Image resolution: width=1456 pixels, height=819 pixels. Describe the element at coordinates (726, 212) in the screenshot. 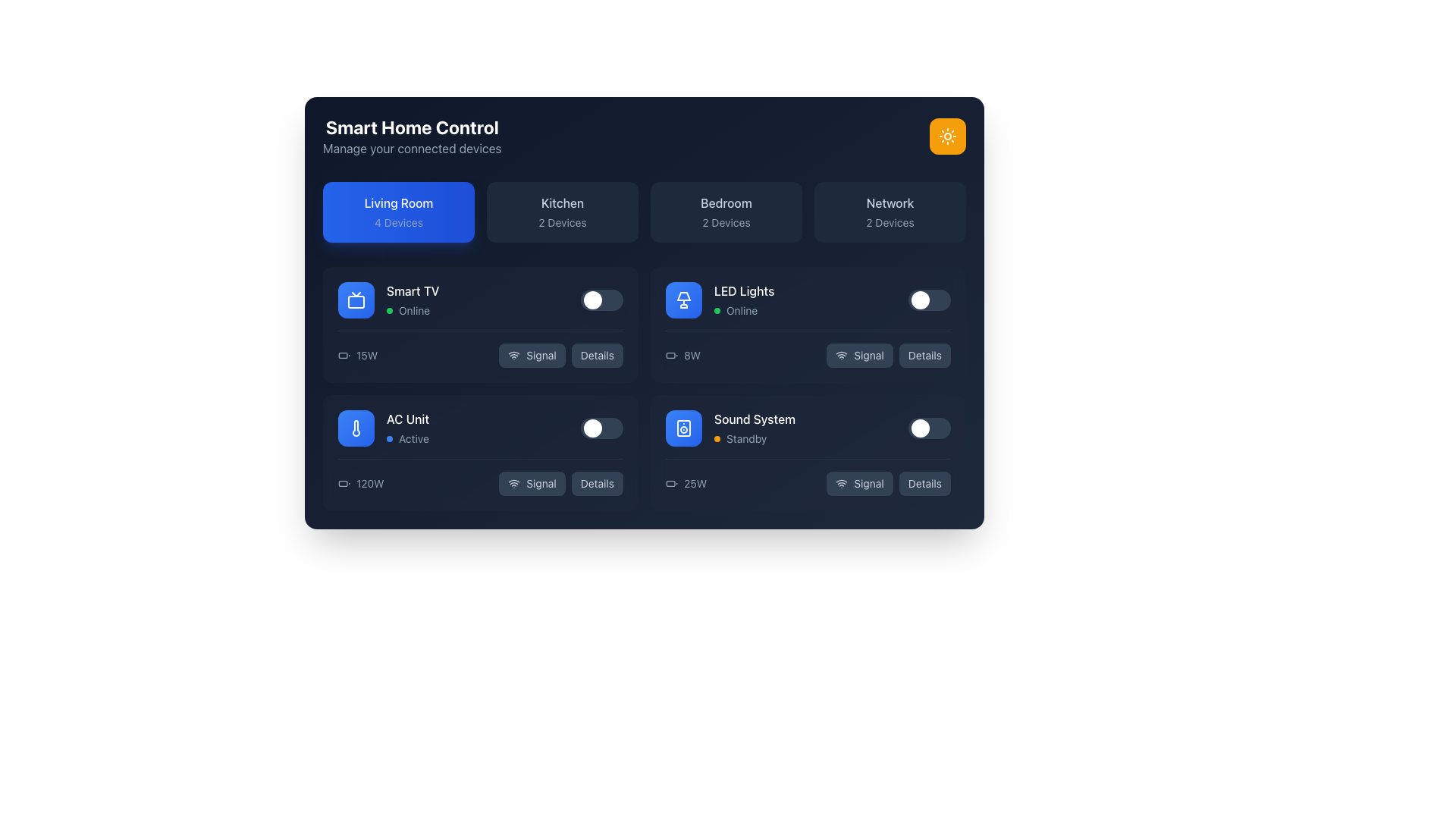

I see `the 'Bedroom' button, which is the third button in a row of four, located between 'Kitchen' and 'Network' near the top-center of the interface` at that location.